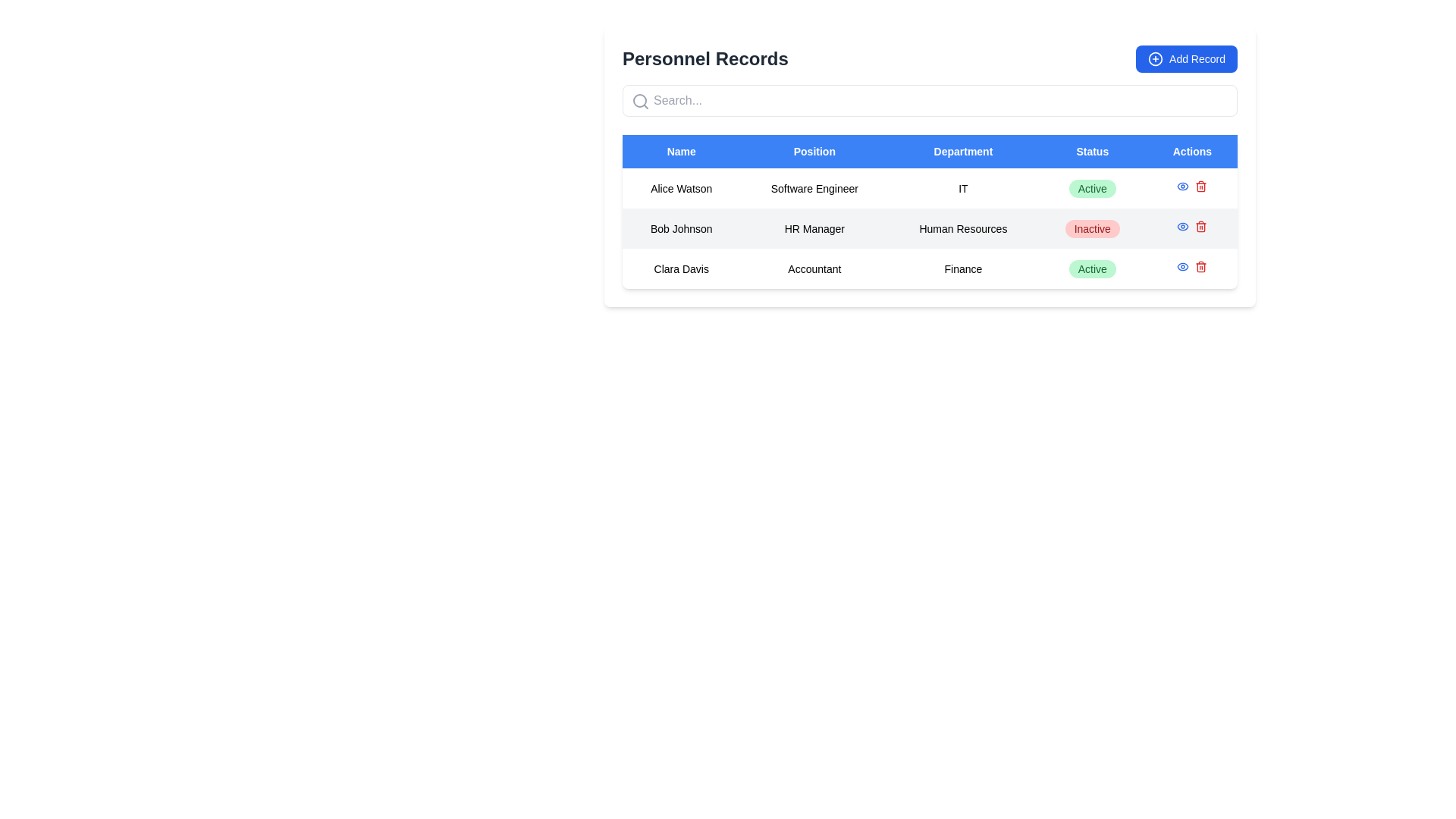  I want to click on the circular outline of the magnifying glass icon located in the search bar at the top-left corner of the interface, so click(640, 100).